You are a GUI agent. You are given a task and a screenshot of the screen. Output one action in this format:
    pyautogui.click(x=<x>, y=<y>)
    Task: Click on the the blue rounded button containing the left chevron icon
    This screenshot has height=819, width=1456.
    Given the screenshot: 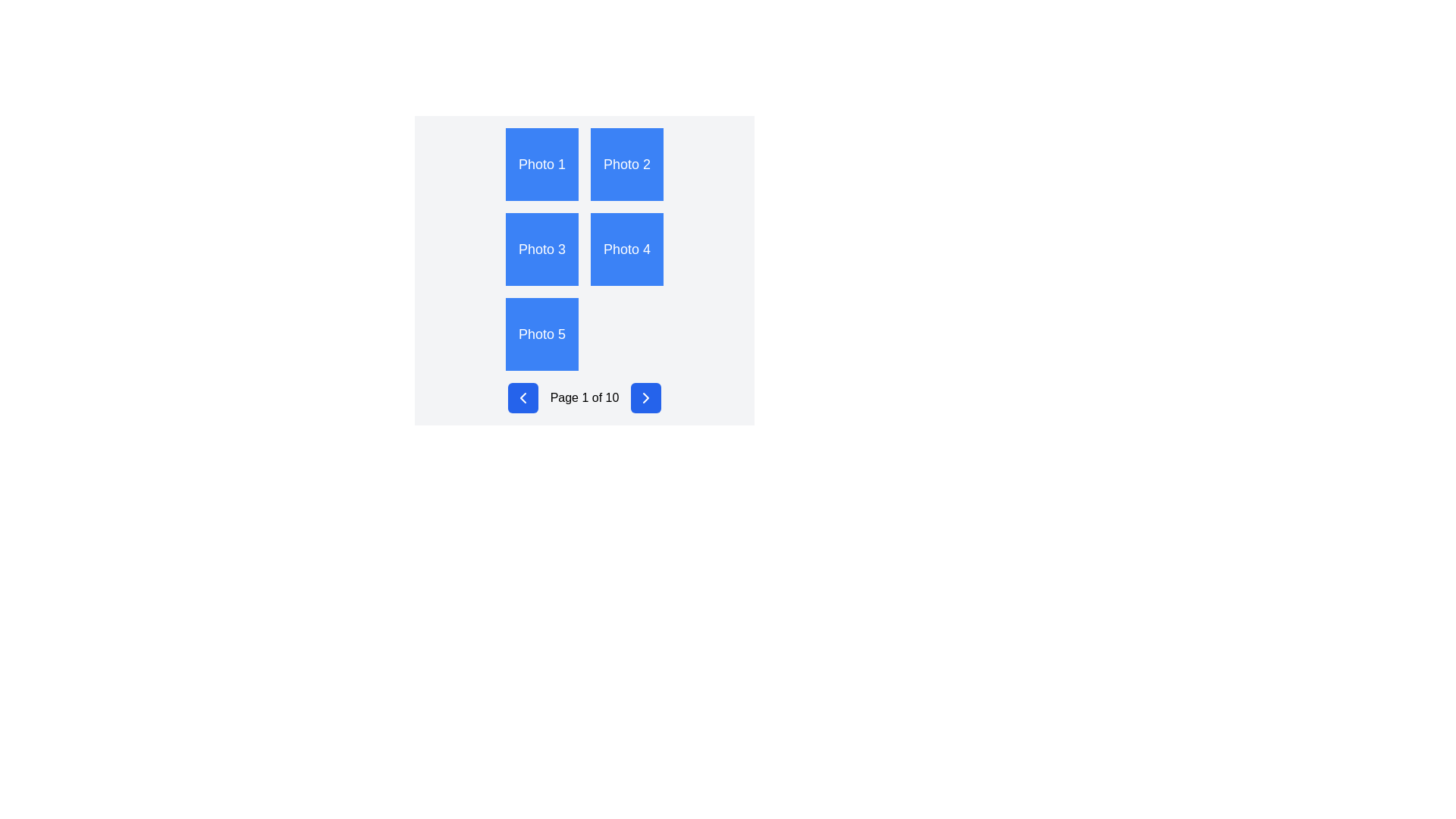 What is the action you would take?
    pyautogui.click(x=522, y=397)
    